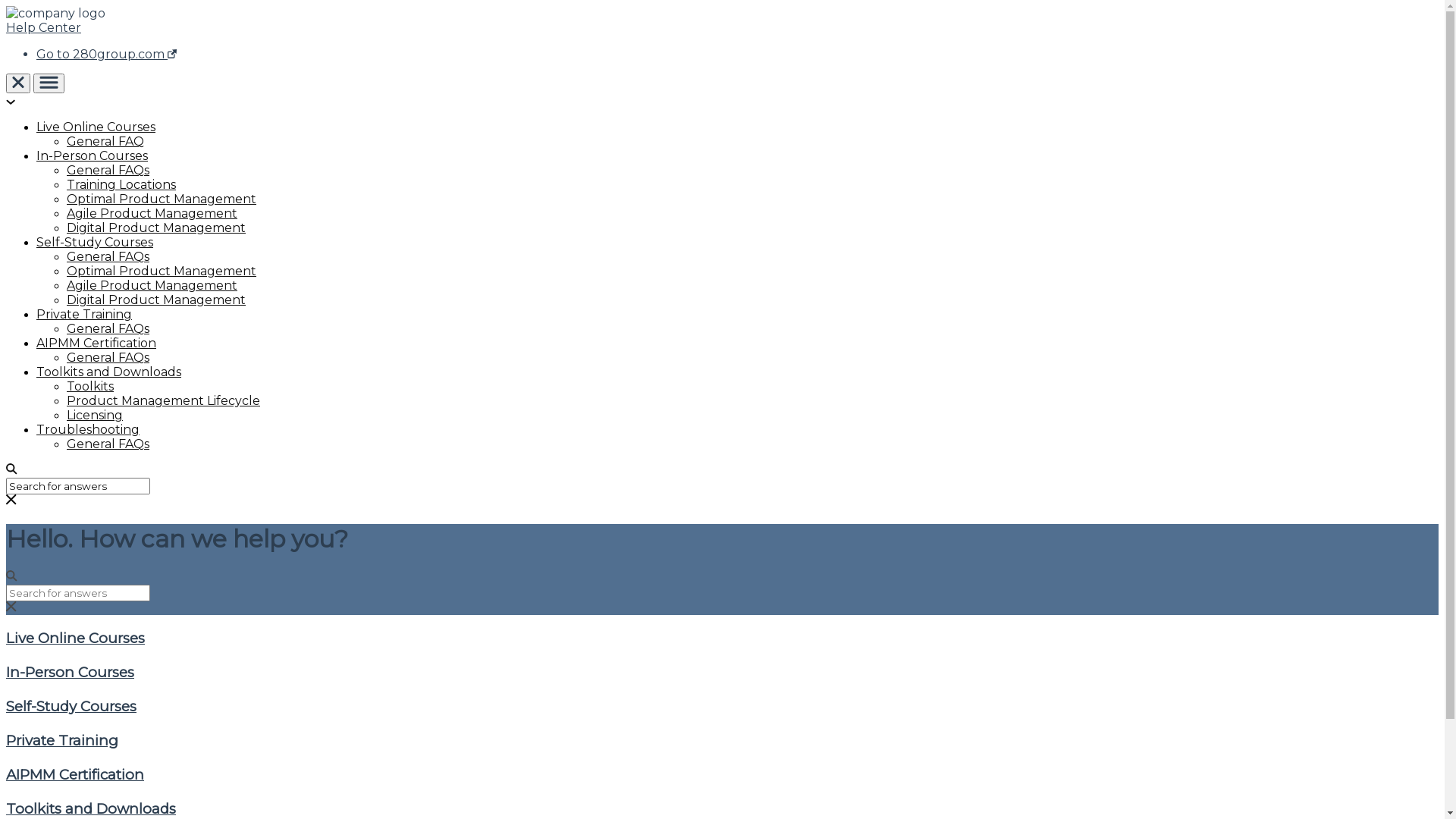 The image size is (1456, 819). What do you see at coordinates (86, 429) in the screenshot?
I see `'Troubleshooting'` at bounding box center [86, 429].